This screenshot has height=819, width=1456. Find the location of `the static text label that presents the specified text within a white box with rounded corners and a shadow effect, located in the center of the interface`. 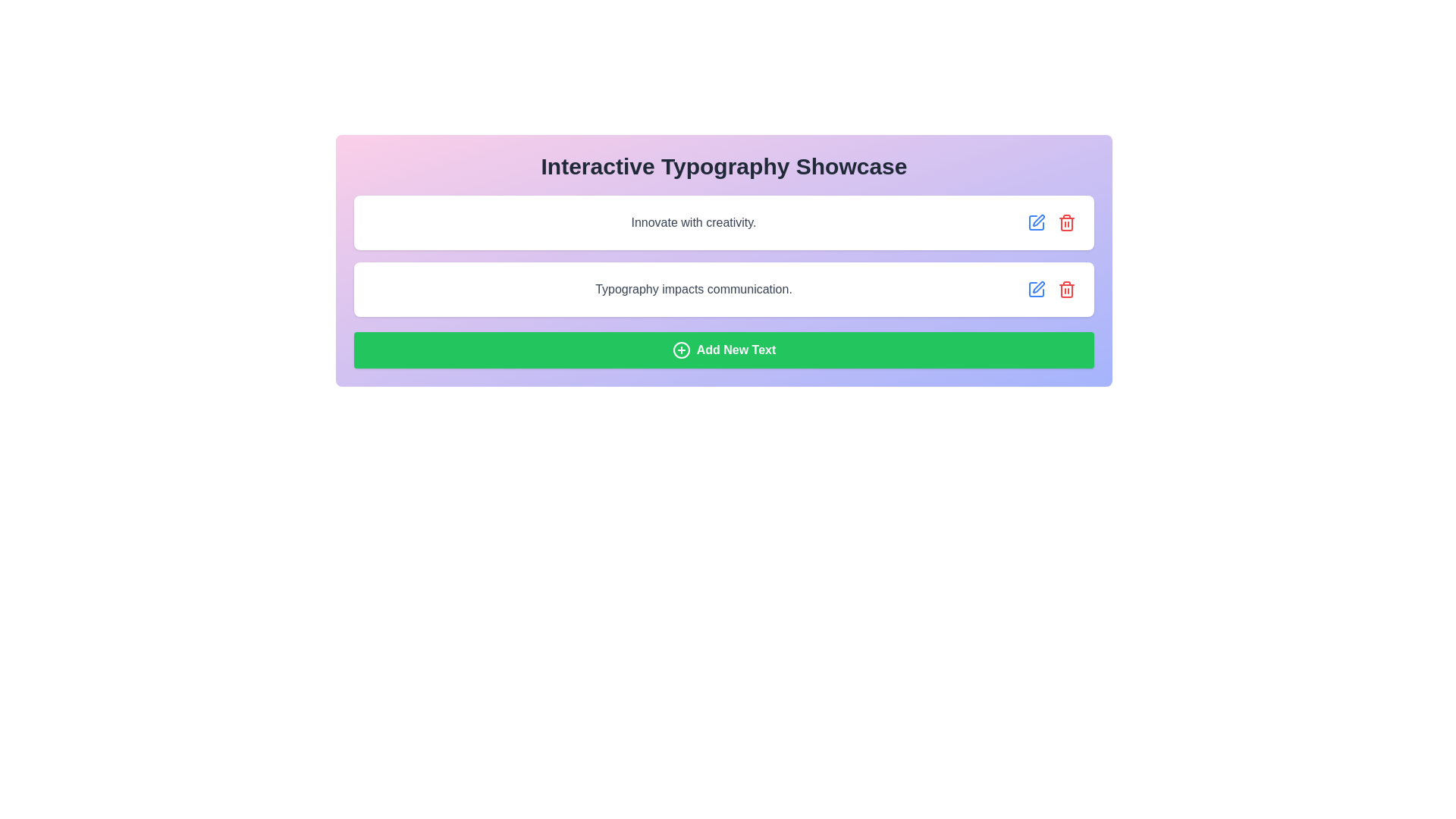

the static text label that presents the specified text within a white box with rounded corners and a shadow effect, located in the center of the interface is located at coordinates (693, 289).